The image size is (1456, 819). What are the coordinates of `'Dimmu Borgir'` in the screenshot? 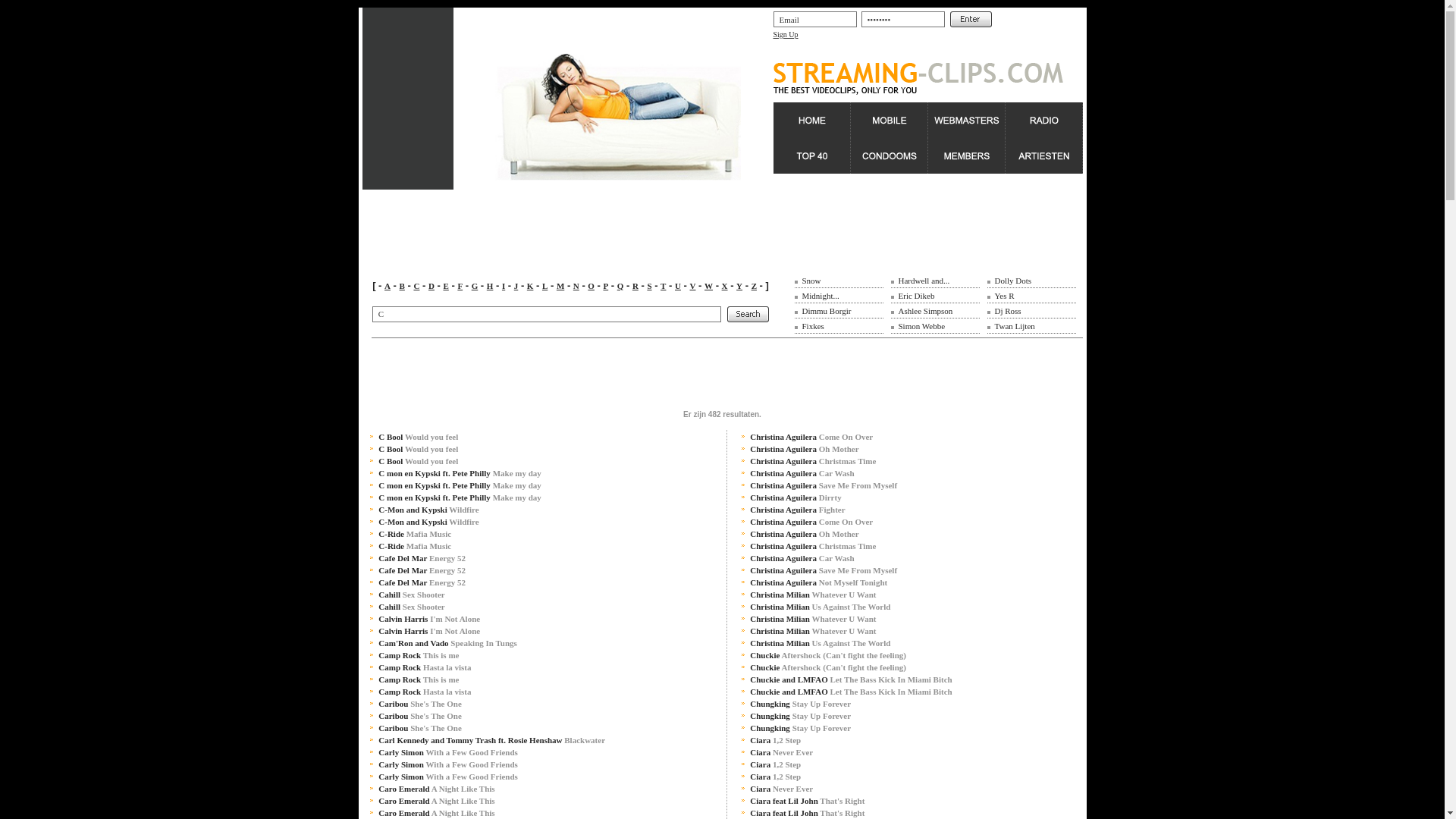 It's located at (826, 309).